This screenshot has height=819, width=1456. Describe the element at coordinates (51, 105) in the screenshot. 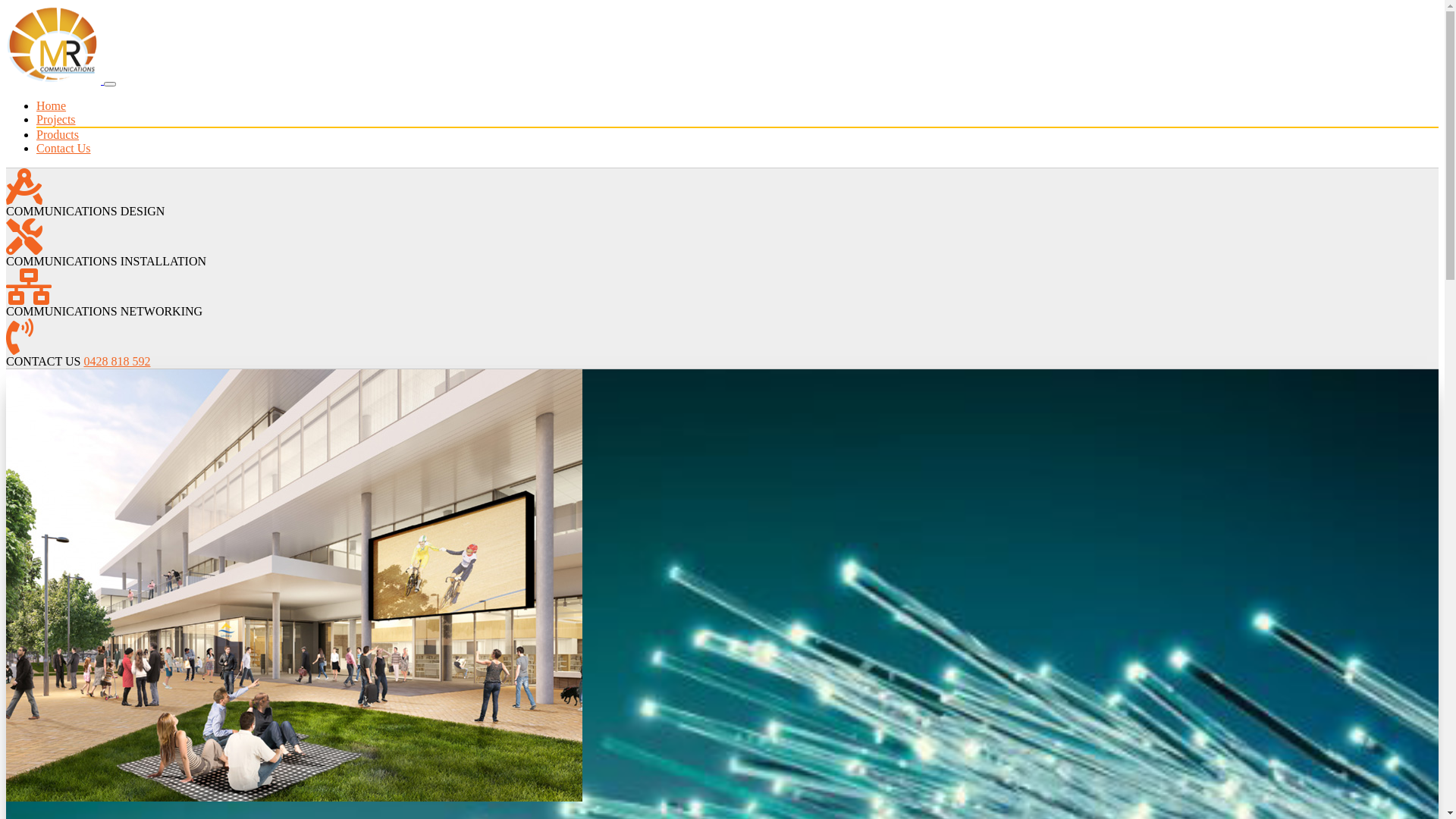

I see `'Home'` at that location.